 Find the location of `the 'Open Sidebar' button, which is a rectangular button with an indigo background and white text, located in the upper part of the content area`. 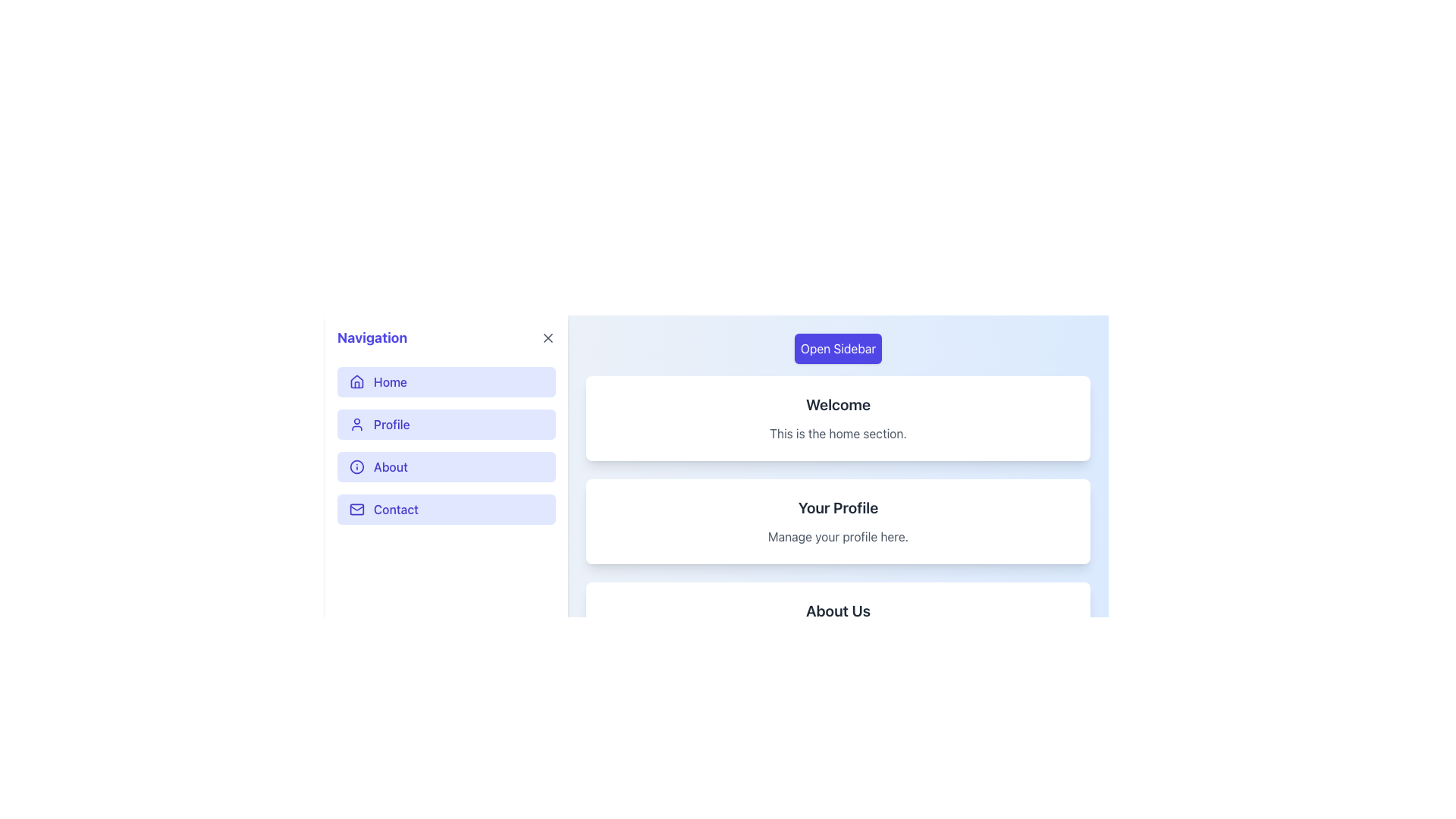

the 'Open Sidebar' button, which is a rectangular button with an indigo background and white text, located in the upper part of the content area is located at coordinates (837, 348).